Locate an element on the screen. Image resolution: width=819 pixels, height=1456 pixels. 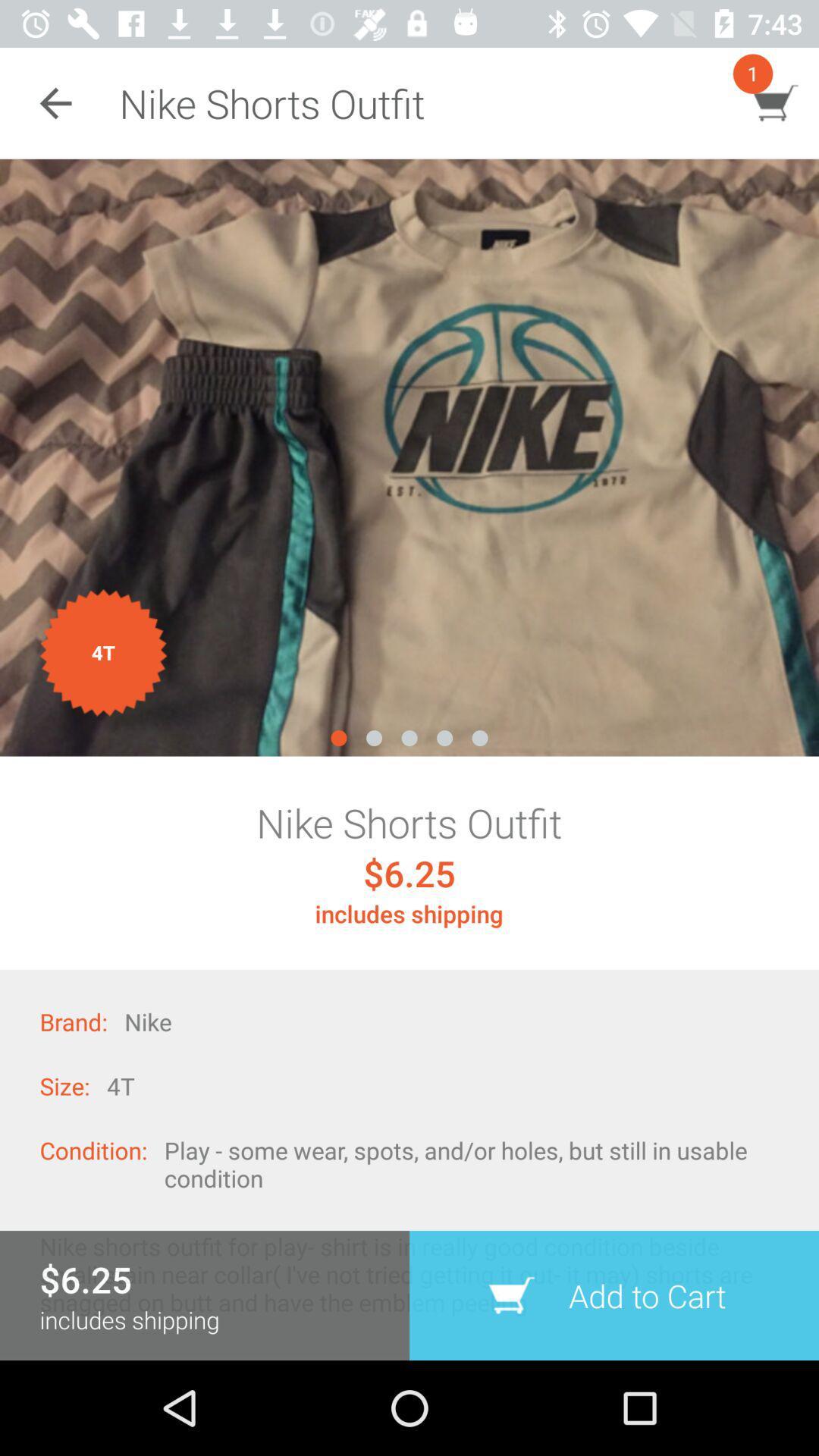
the icon to the left of the nike shorts outfit is located at coordinates (55, 102).